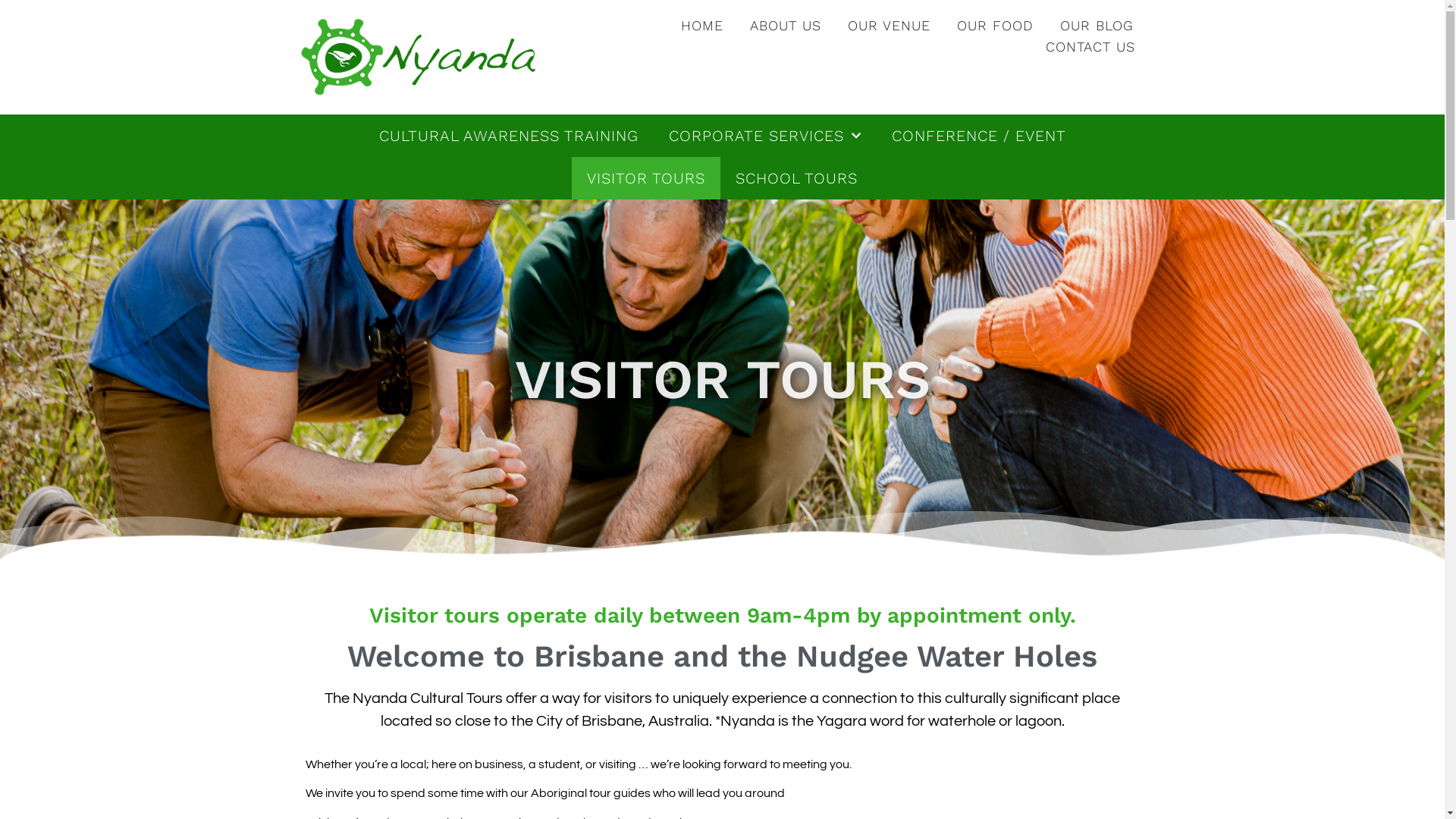  Describe the element at coordinates (570, 177) in the screenshot. I see `'VISITOR TOURS'` at that location.